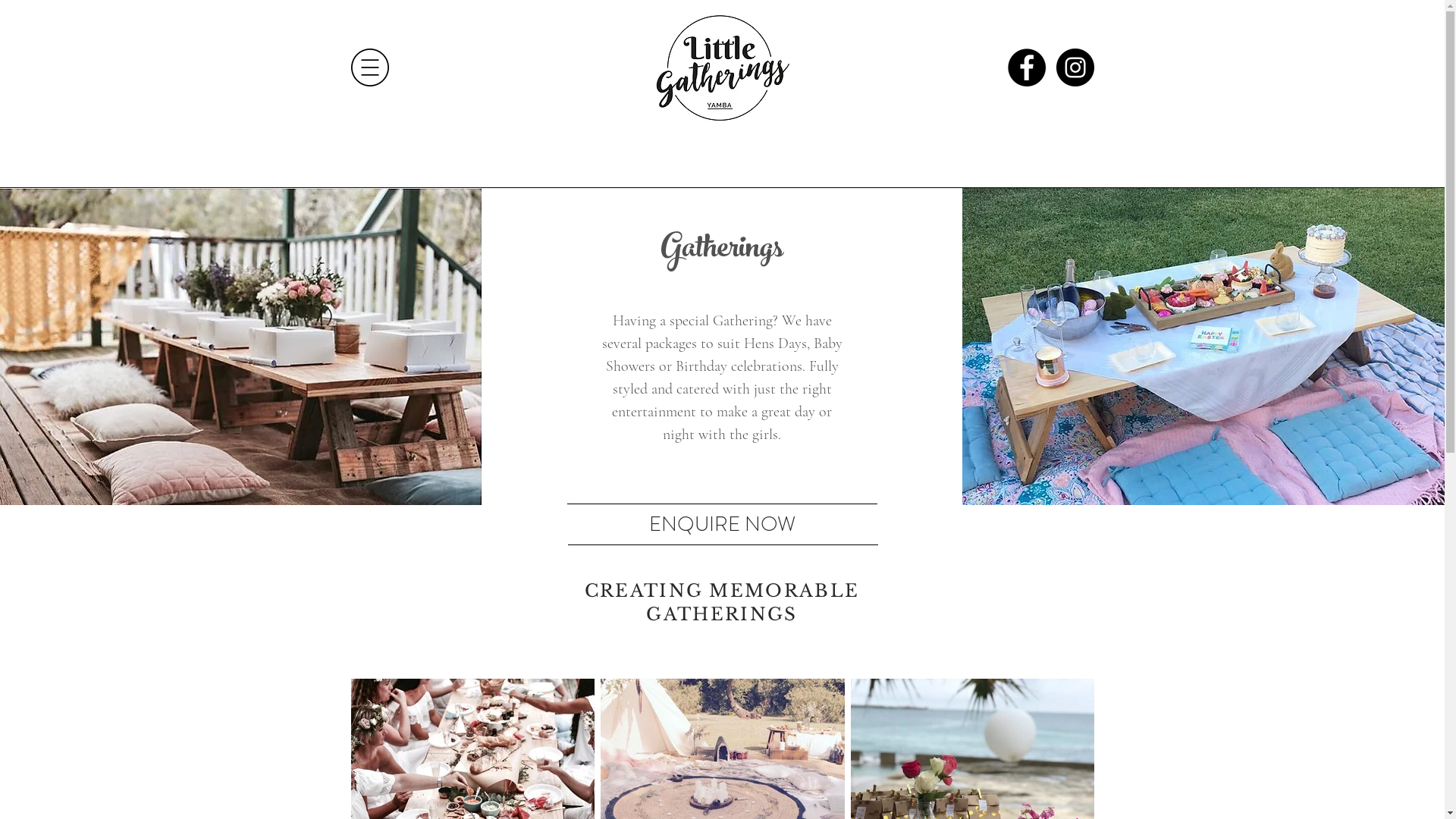 The width and height of the screenshot is (1456, 819). I want to click on 'ENQUIRE NOW', so click(721, 522).